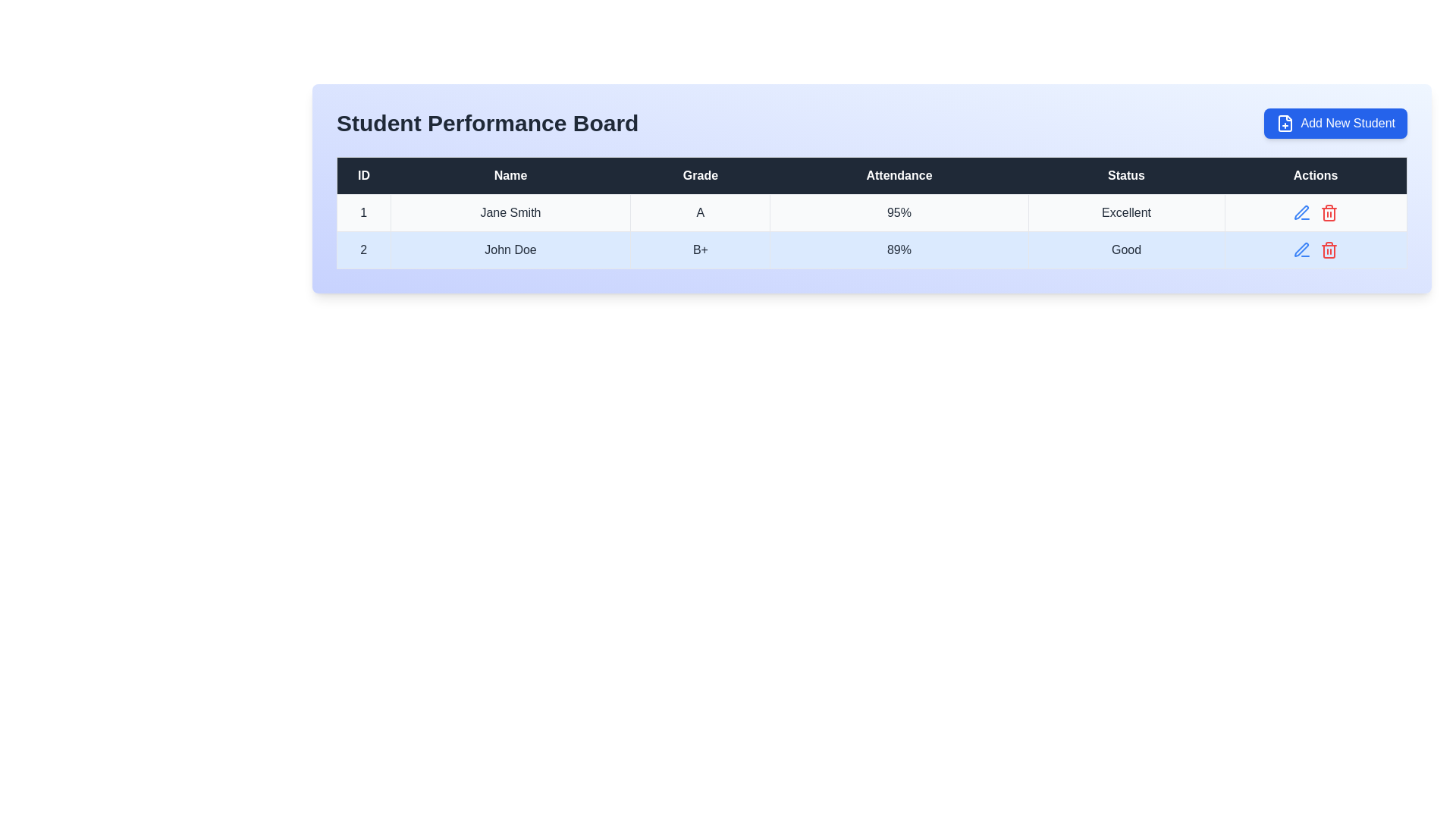 Image resolution: width=1456 pixels, height=819 pixels. Describe the element at coordinates (510, 249) in the screenshot. I see `the text label displaying the name 'John Doe' in the 'Name' column of the performance board's table, which is located in the second row, adjacent to '2' in the 'ID' column and 'B+' in the 'Grade' column` at that location.